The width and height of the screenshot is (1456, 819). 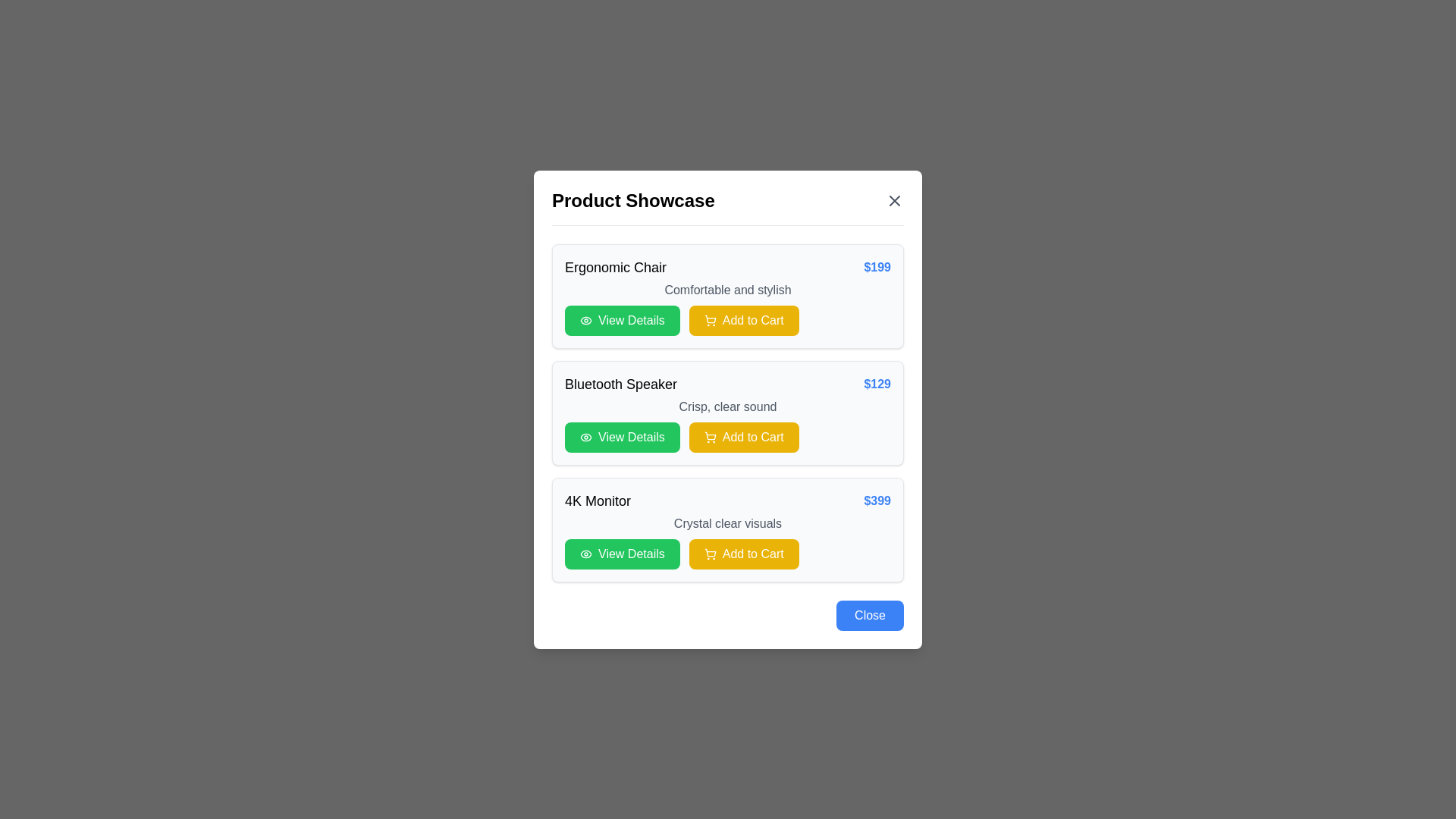 What do you see at coordinates (622, 554) in the screenshot?
I see `the green rectangular button labeled 'View Details' with an eye icon, located to the left of the 'Add to Cart' button in the 'Product Showcase' section` at bounding box center [622, 554].